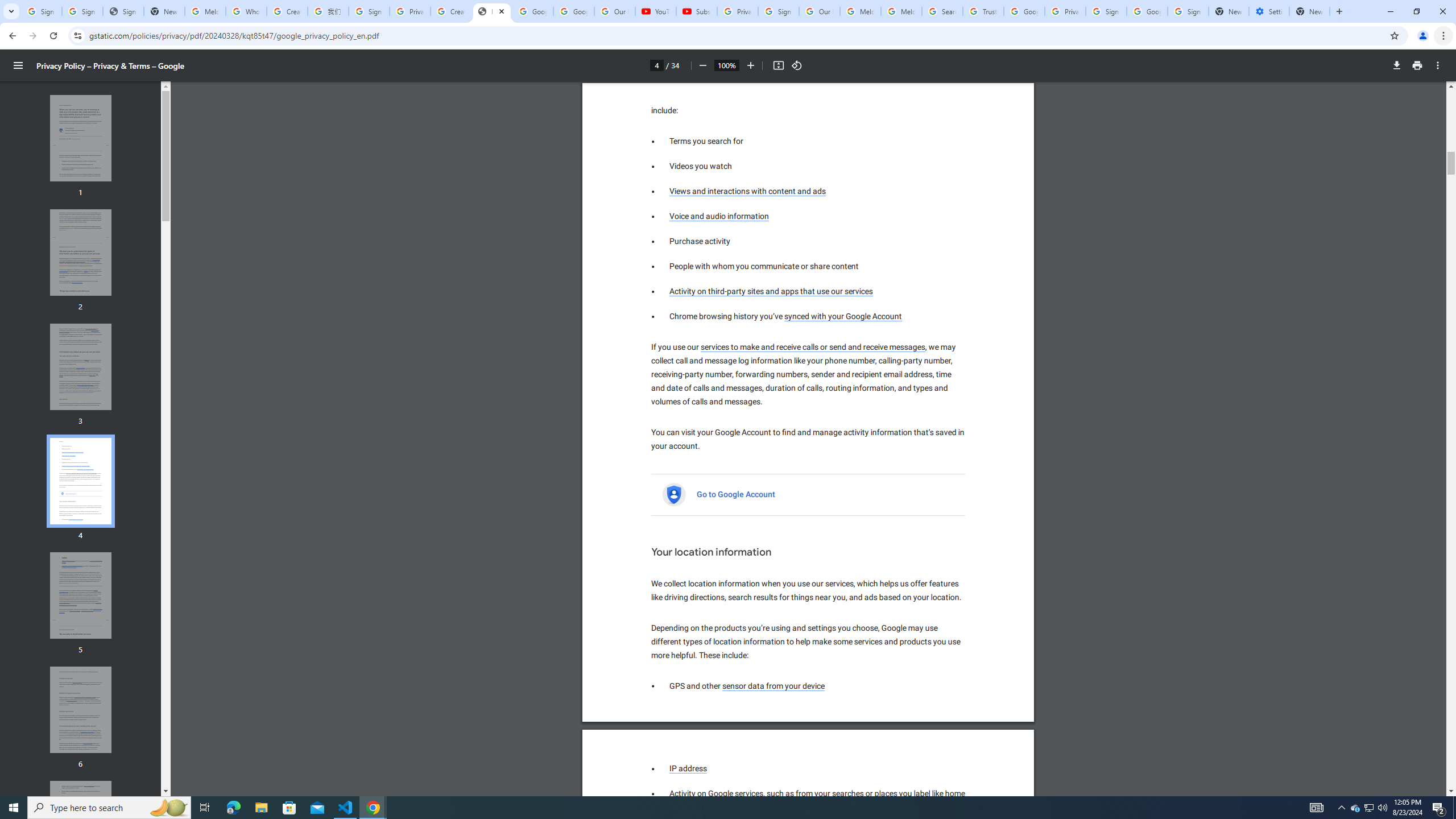  Describe the element at coordinates (11, 35) in the screenshot. I see `'Back'` at that location.